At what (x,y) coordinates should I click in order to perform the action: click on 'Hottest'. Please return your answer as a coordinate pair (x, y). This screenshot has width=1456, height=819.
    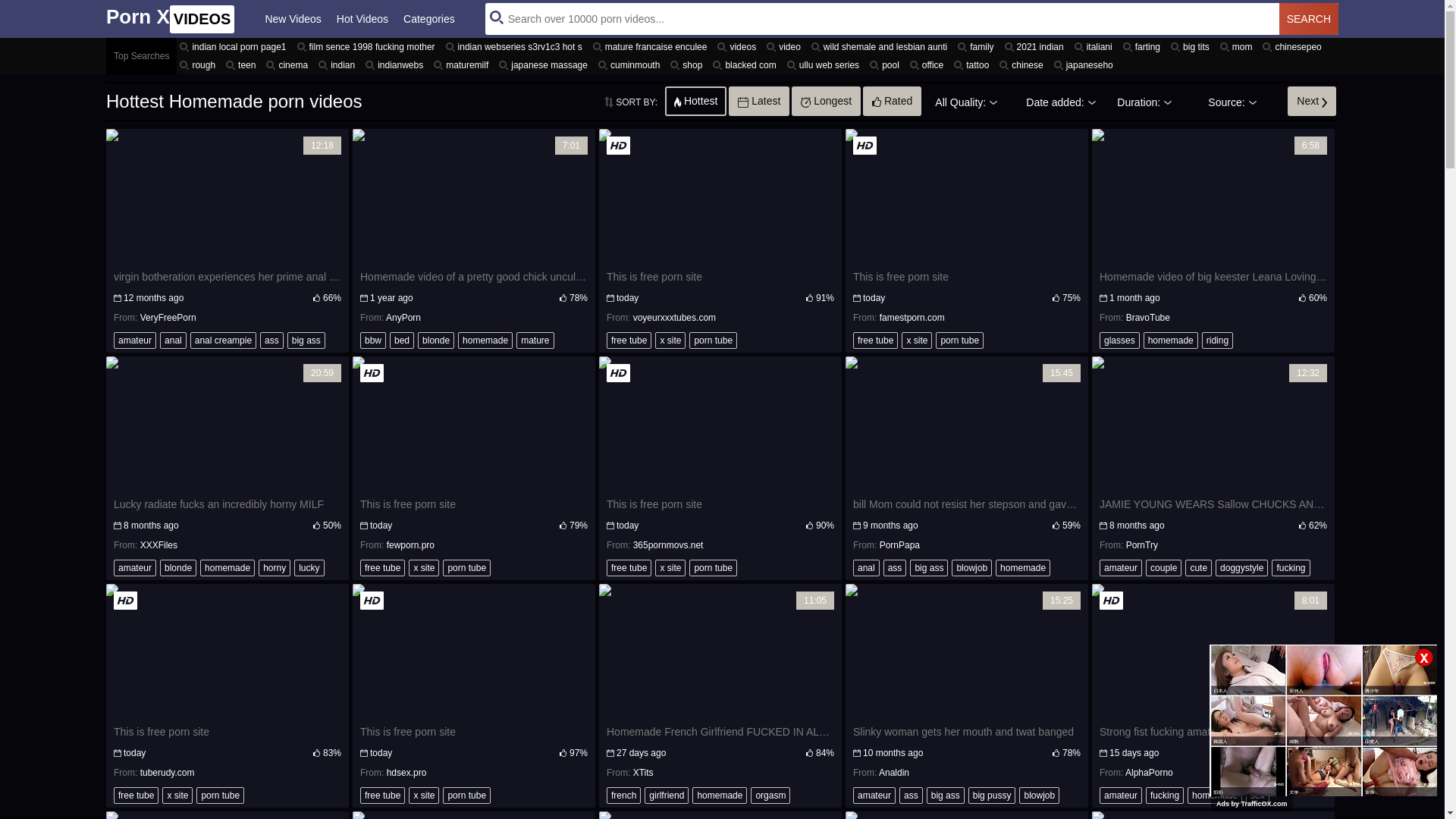
    Looking at the image, I should click on (695, 100).